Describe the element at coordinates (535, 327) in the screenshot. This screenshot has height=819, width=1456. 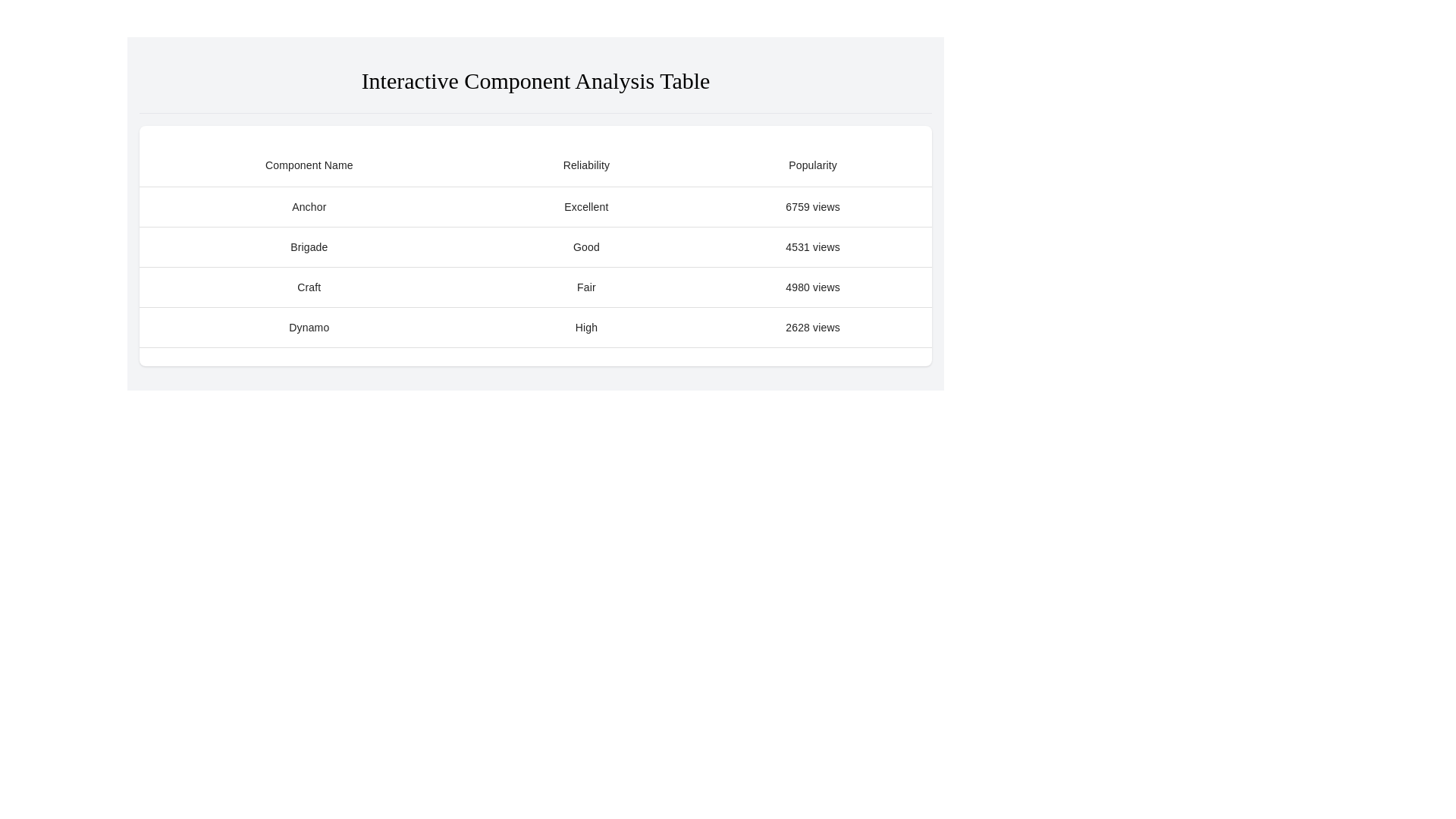
I see `the fourth row in the 'Interactive Component Analysis Table' that summarizes metrics related to 'Dynamo' for more details` at that location.